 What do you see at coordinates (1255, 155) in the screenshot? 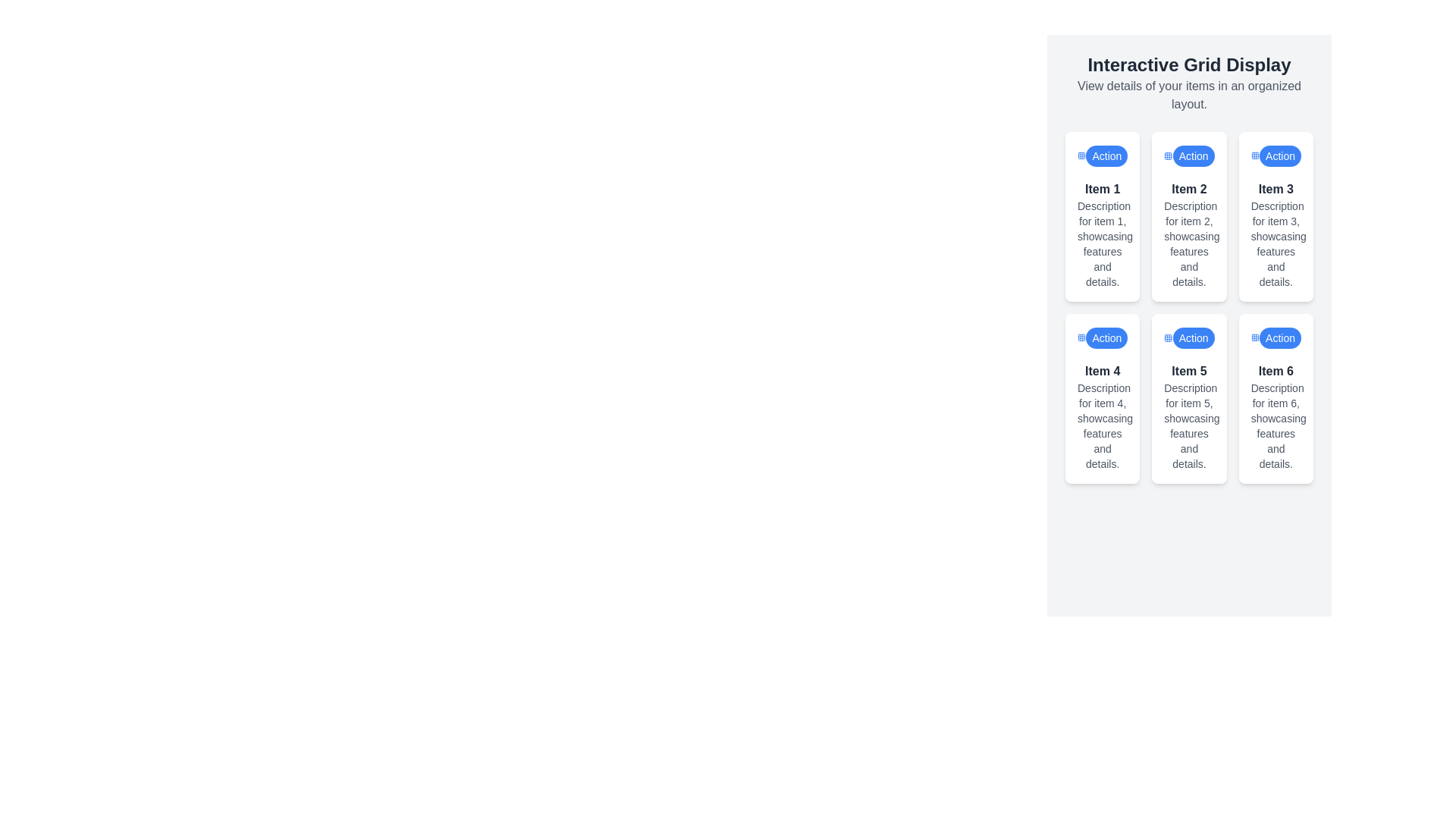
I see `the blue grid icon element located to the left of the 'Action' button in the header section of 'Item 3'` at bounding box center [1255, 155].